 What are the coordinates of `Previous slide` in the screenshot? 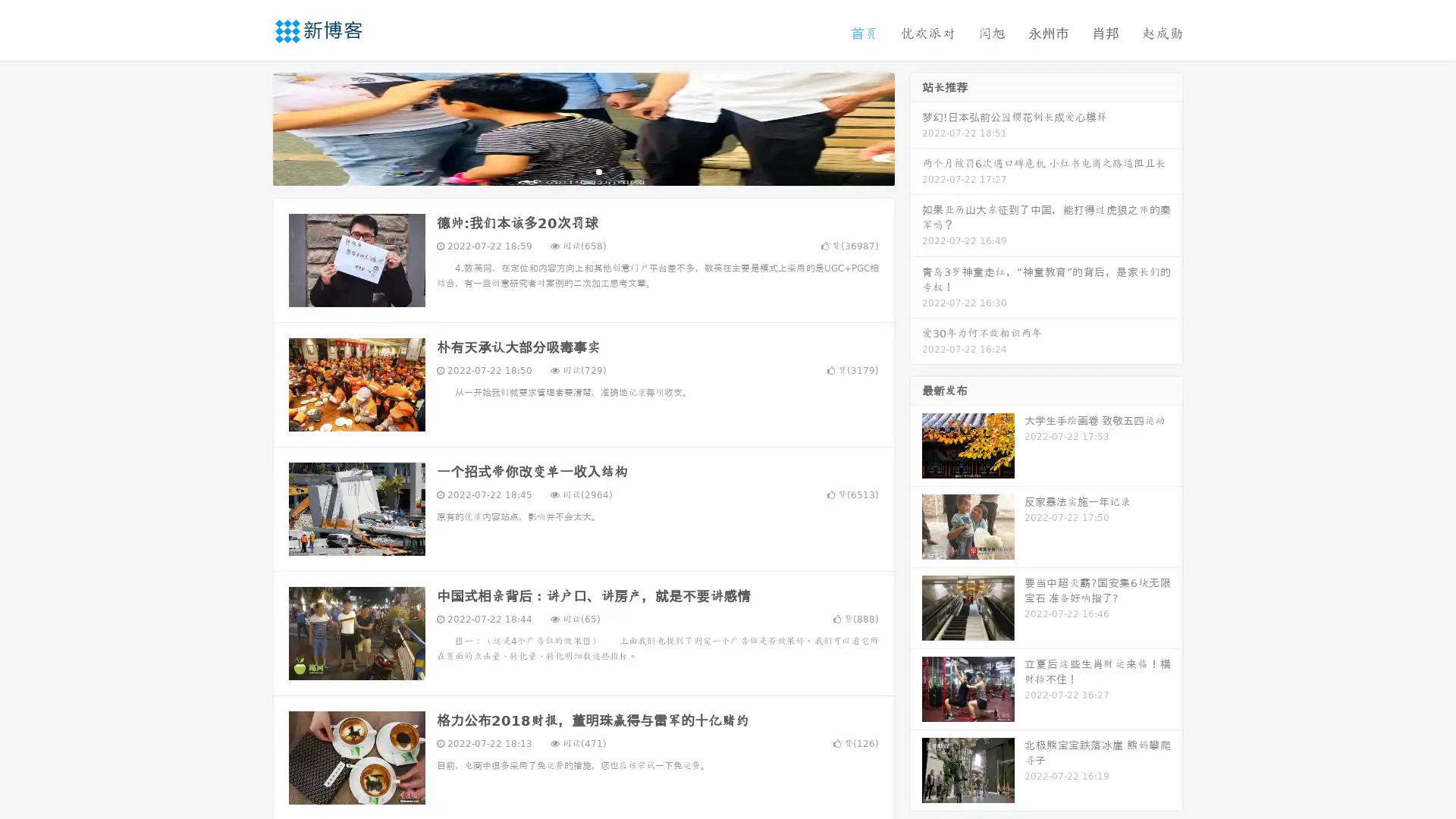 It's located at (250, 127).